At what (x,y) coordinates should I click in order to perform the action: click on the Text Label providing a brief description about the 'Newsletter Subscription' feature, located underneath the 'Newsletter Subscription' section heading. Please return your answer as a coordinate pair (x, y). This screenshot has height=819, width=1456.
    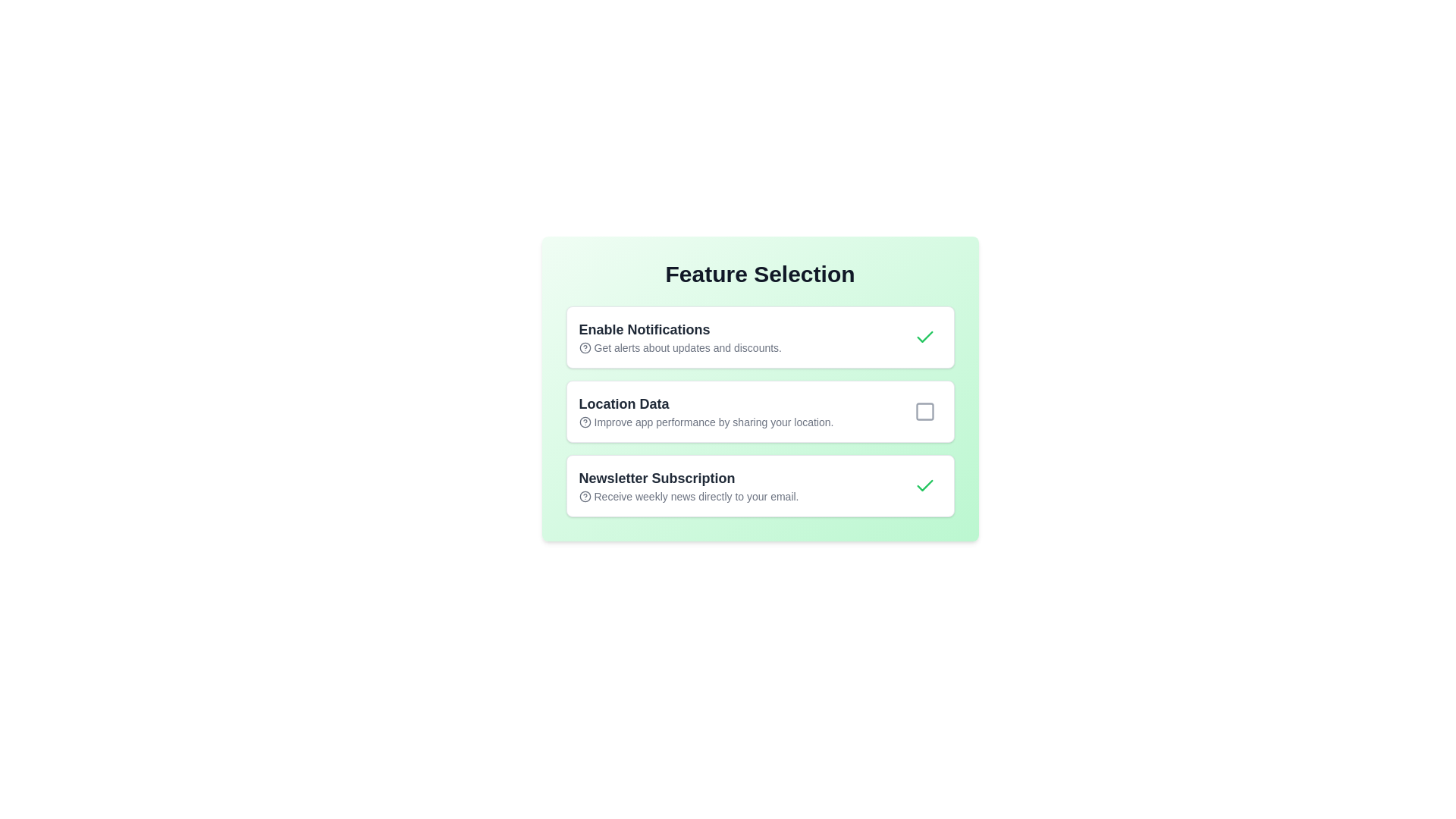
    Looking at the image, I should click on (688, 497).